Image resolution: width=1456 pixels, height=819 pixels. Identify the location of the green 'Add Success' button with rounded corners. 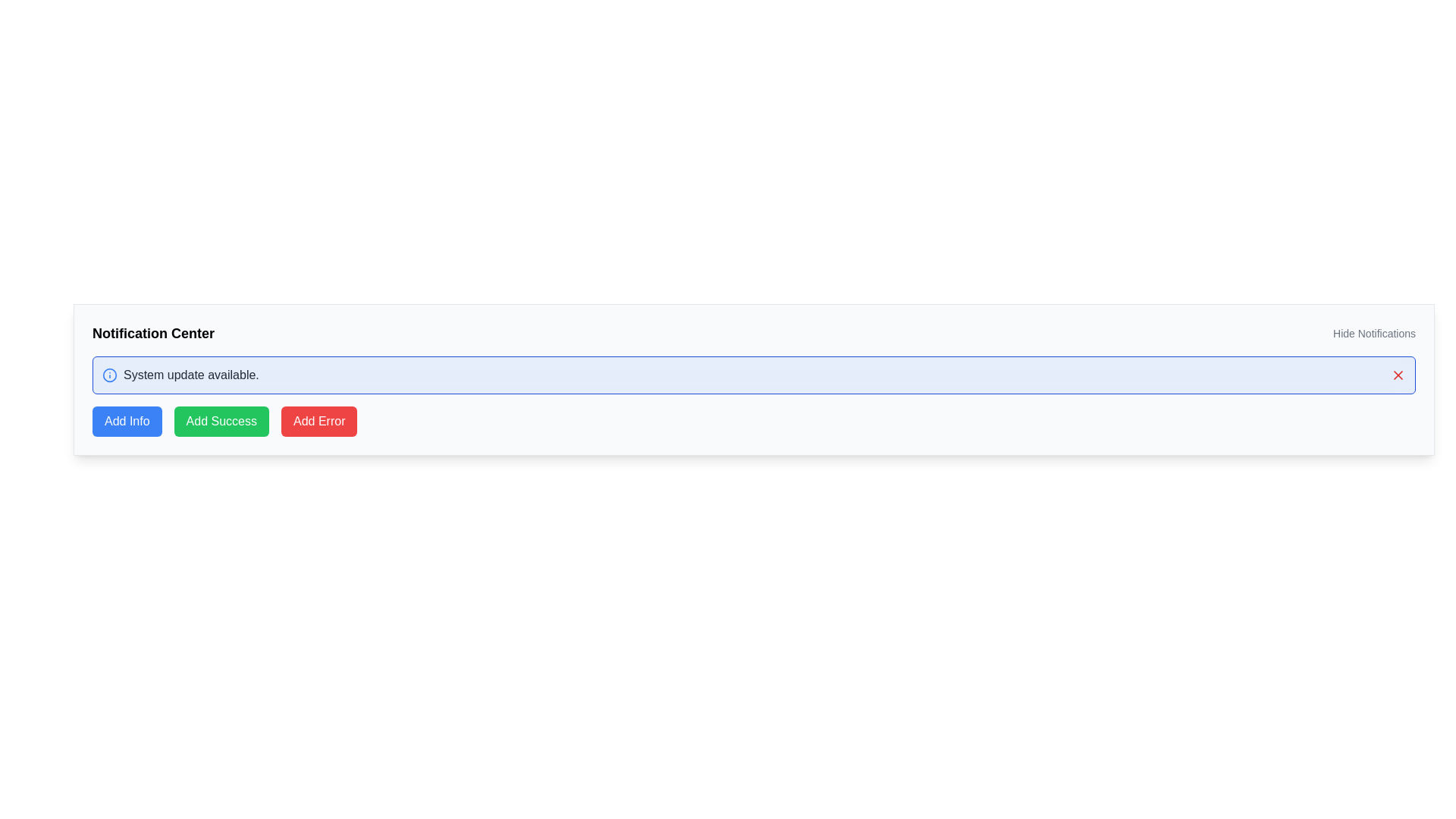
(221, 421).